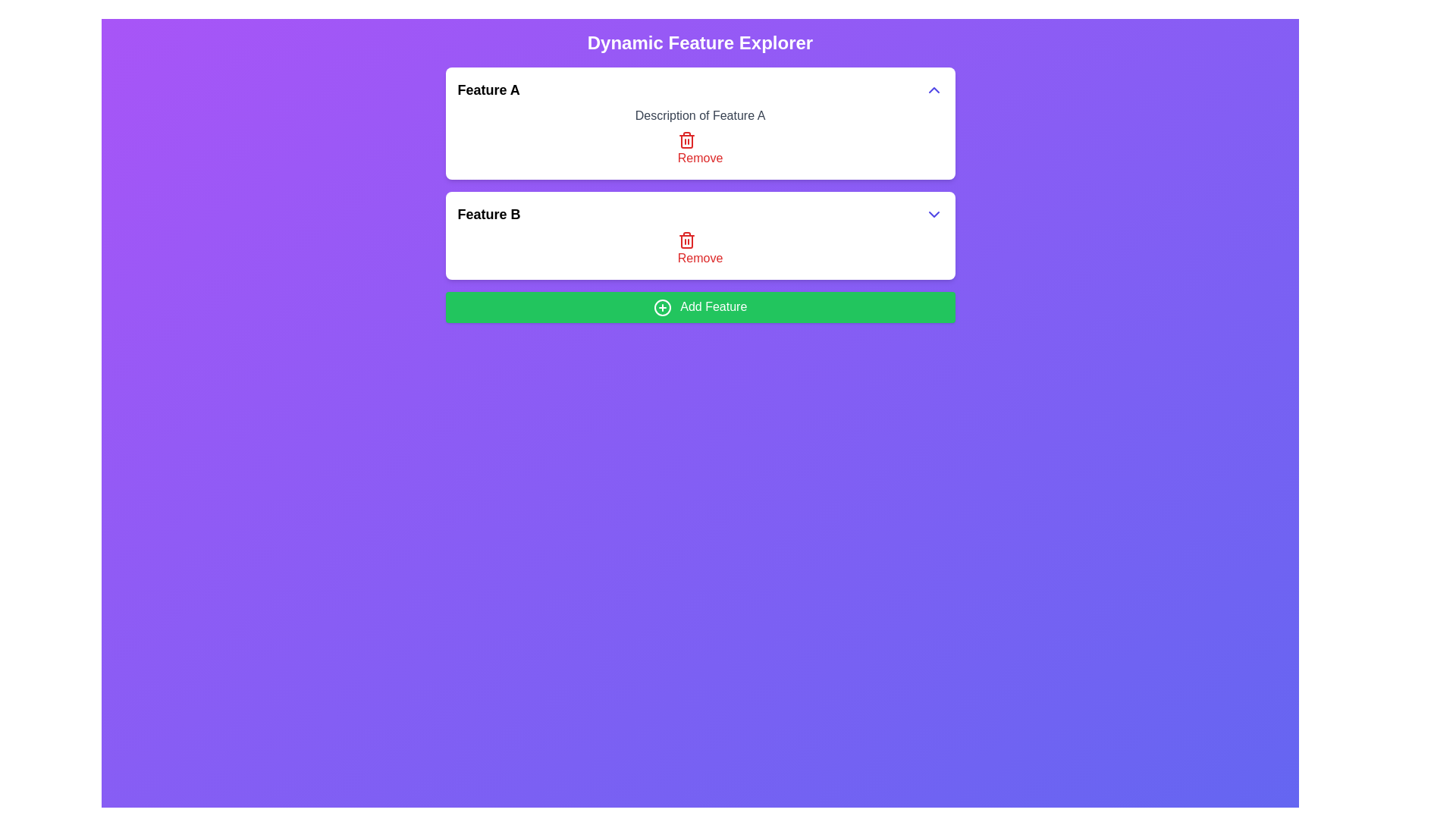 The height and width of the screenshot is (819, 1456). What do you see at coordinates (933, 214) in the screenshot?
I see `the downward-facing chevron icon in the top-right corner of the 'Feature B' section` at bounding box center [933, 214].